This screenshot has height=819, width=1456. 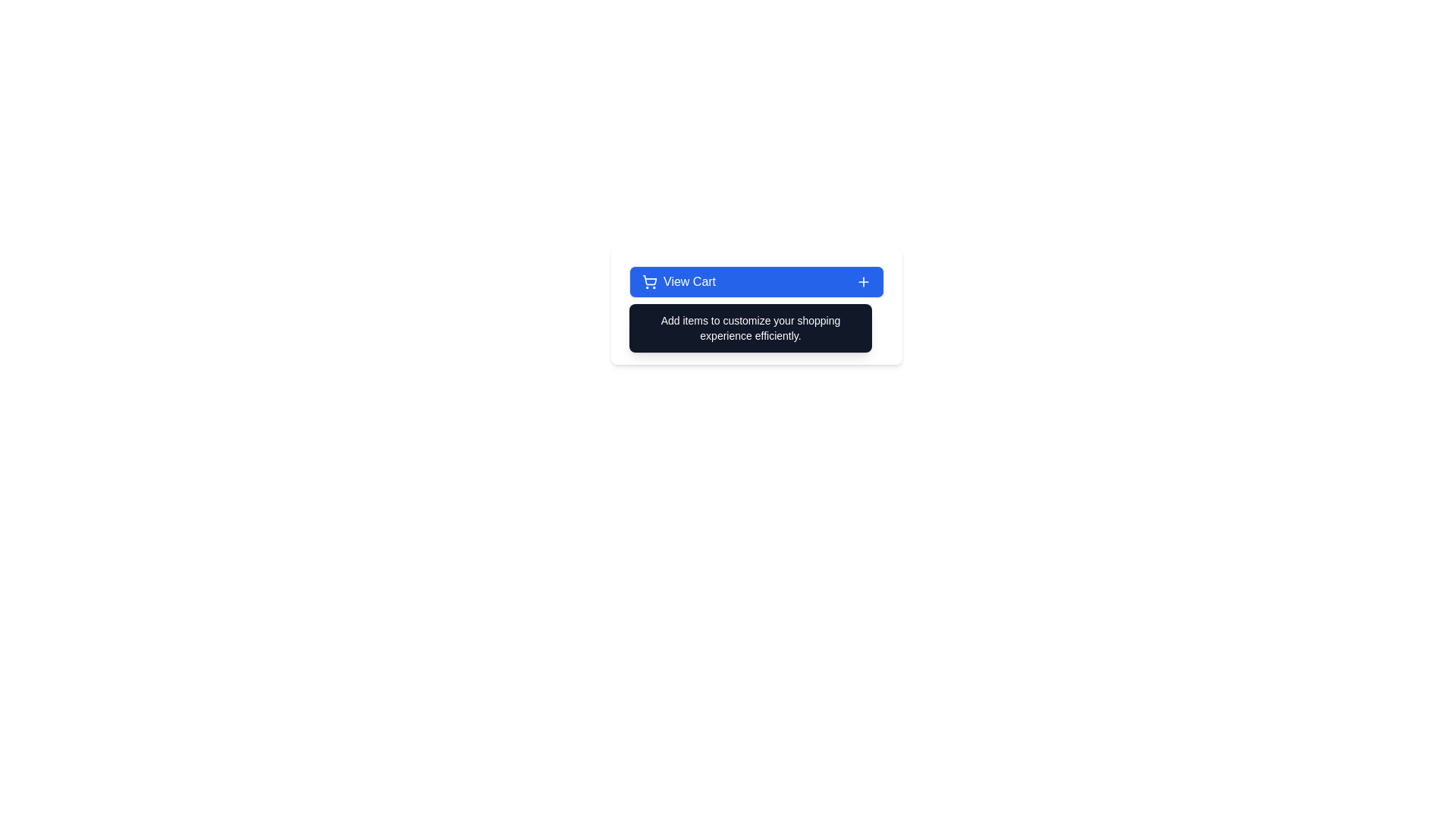 What do you see at coordinates (757, 281) in the screenshot?
I see `the button that triggers actions related` at bounding box center [757, 281].